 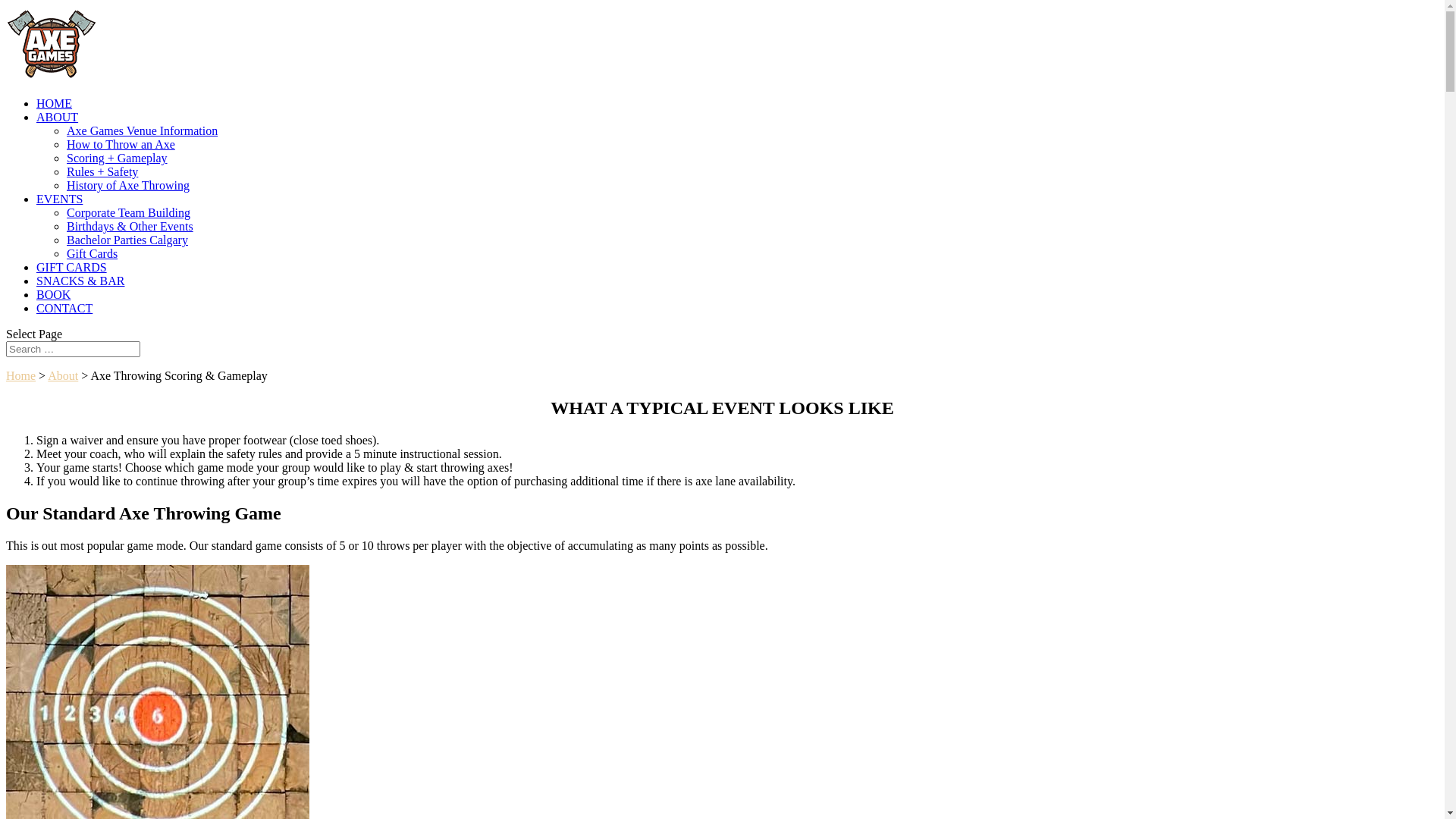 I want to click on 'EVENTS', so click(x=59, y=198).